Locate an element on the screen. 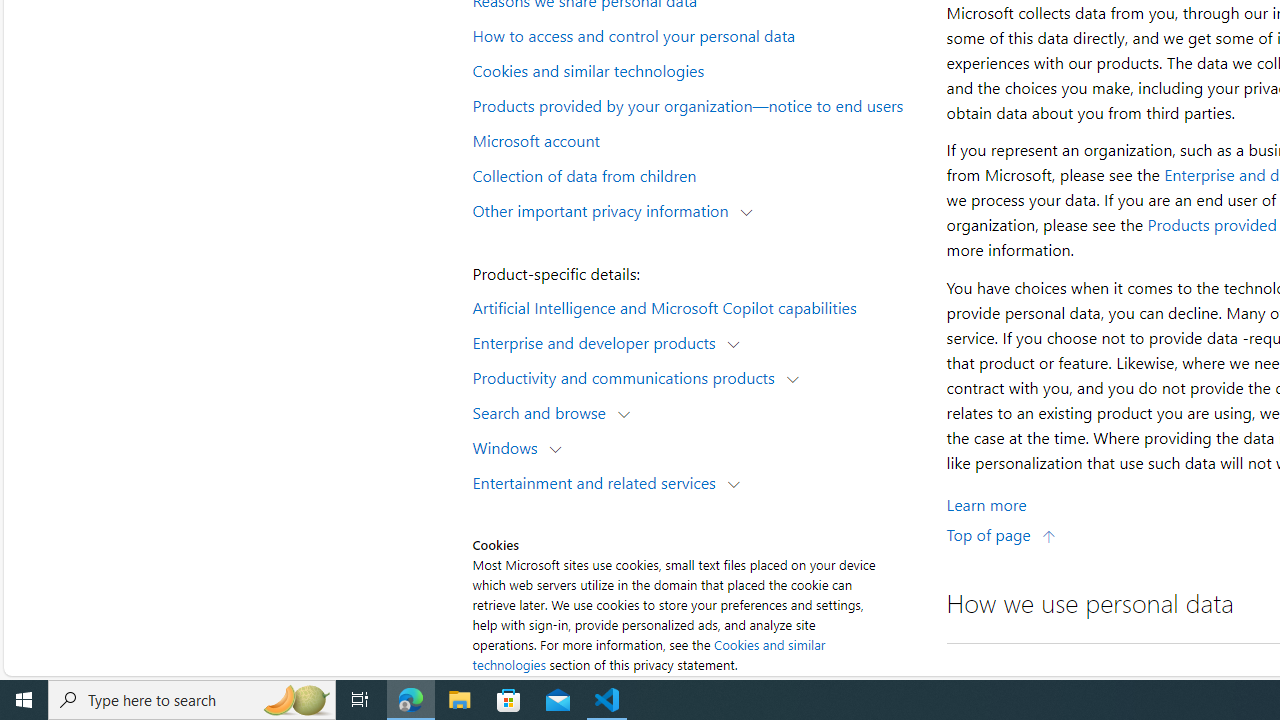 The height and width of the screenshot is (720, 1280). 'Productivity and communications products' is located at coordinates (627, 376).